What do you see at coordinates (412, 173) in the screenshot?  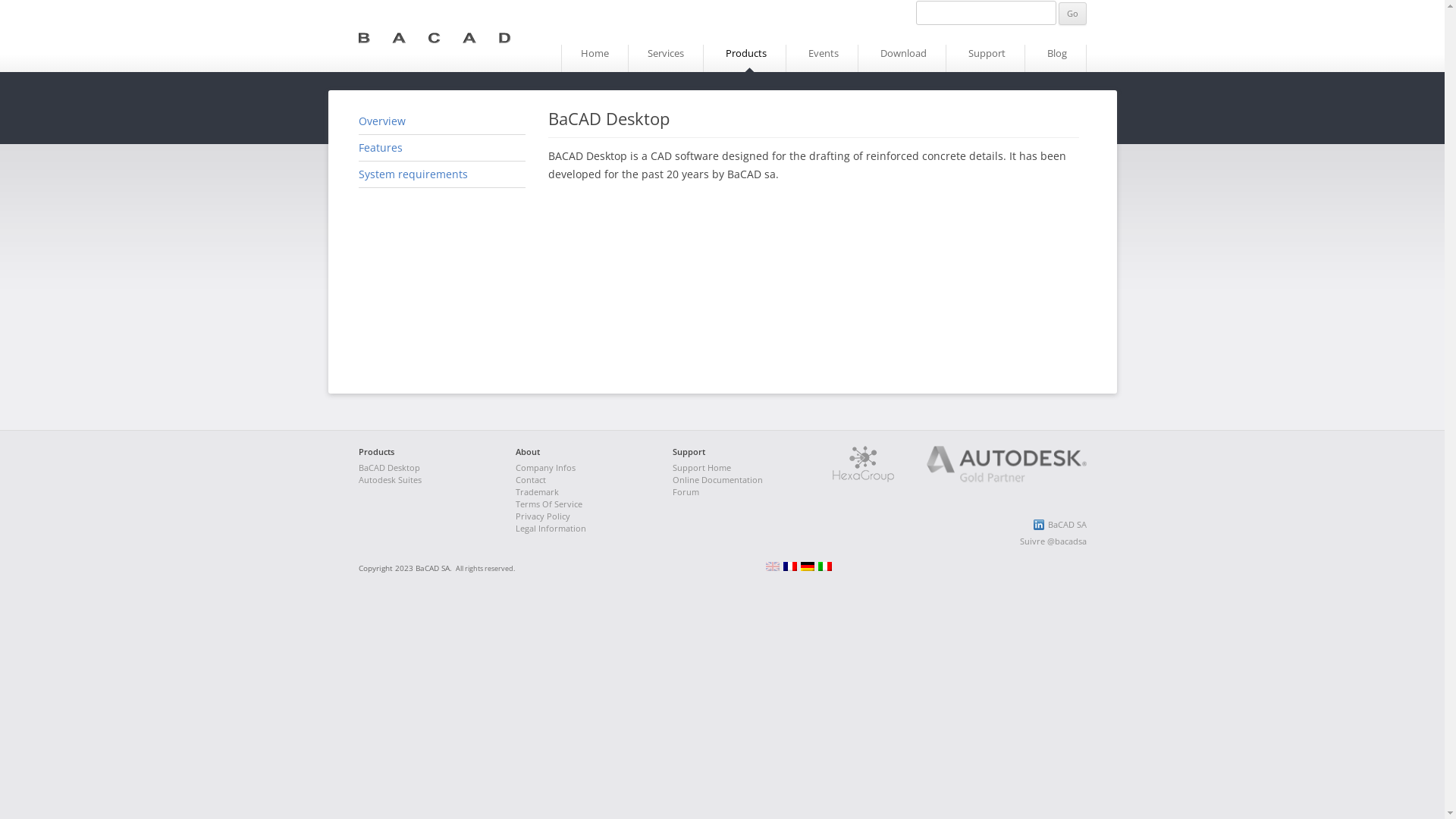 I see `'System requirements'` at bounding box center [412, 173].